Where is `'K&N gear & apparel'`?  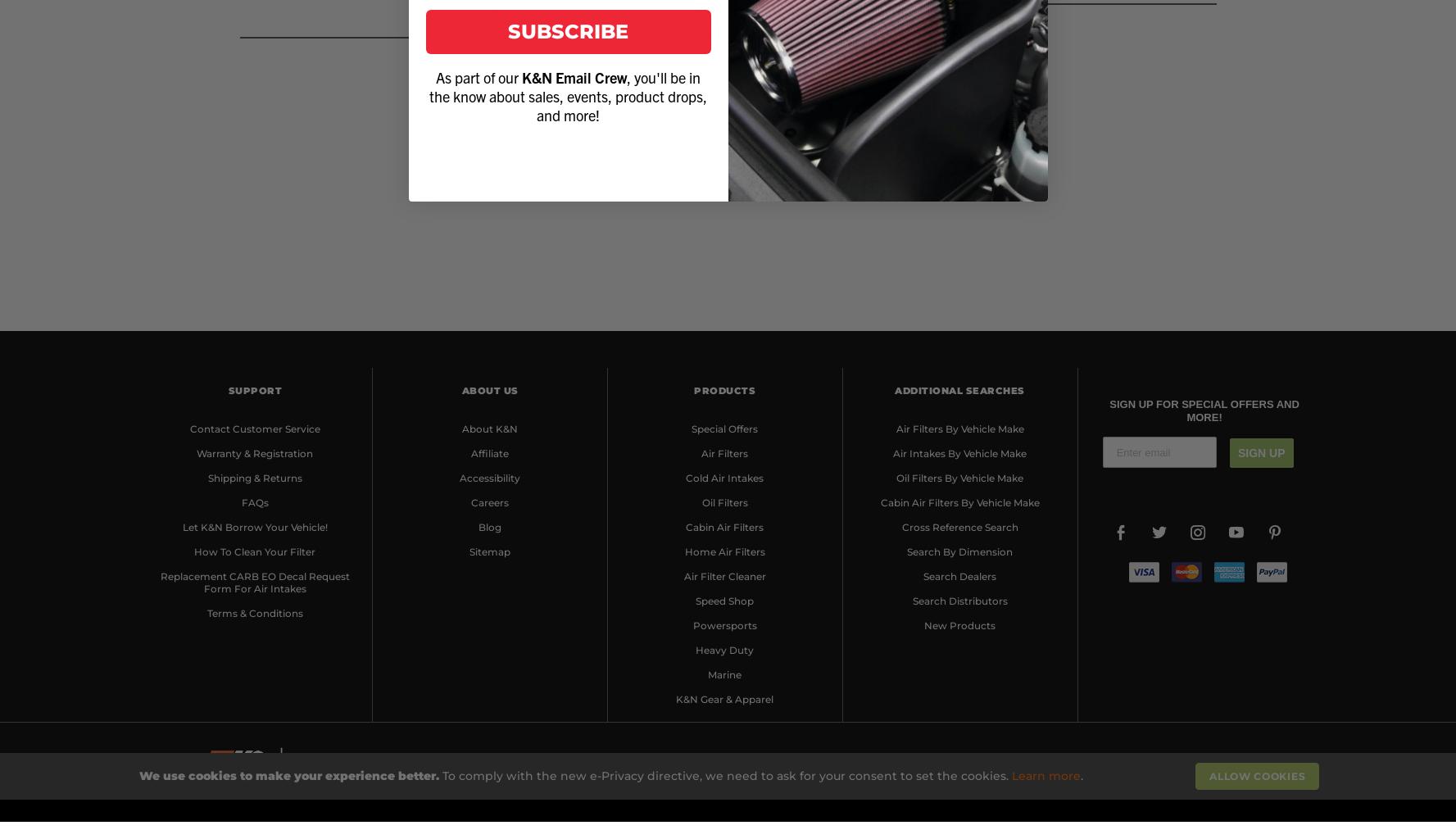 'K&N gear & apparel' is located at coordinates (723, 698).